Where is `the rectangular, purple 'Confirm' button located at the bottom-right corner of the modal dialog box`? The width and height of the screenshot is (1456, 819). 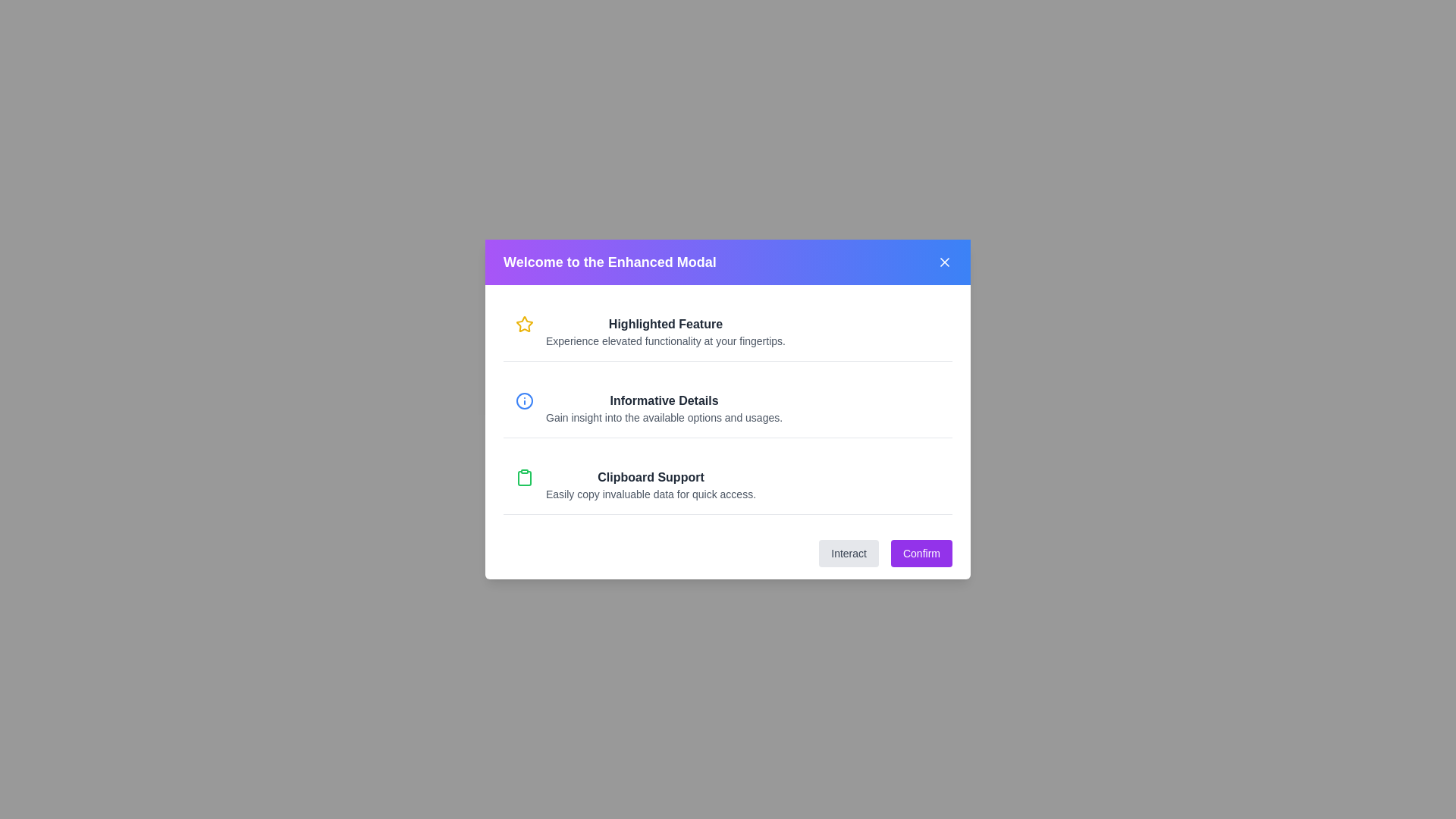
the rectangular, purple 'Confirm' button located at the bottom-right corner of the modal dialog box is located at coordinates (921, 553).